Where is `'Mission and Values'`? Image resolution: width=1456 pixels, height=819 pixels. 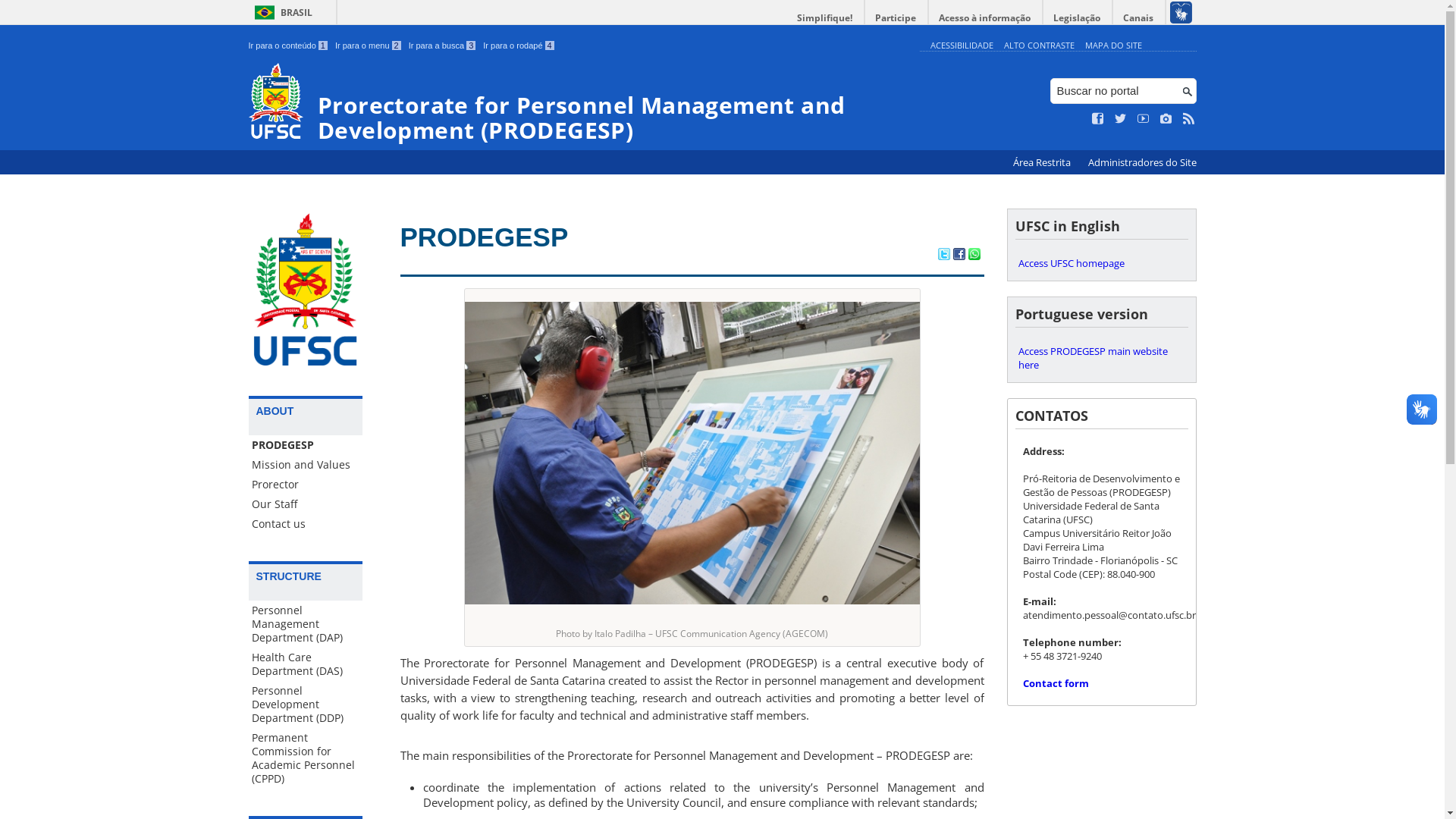
'Mission and Values' is located at coordinates (305, 464).